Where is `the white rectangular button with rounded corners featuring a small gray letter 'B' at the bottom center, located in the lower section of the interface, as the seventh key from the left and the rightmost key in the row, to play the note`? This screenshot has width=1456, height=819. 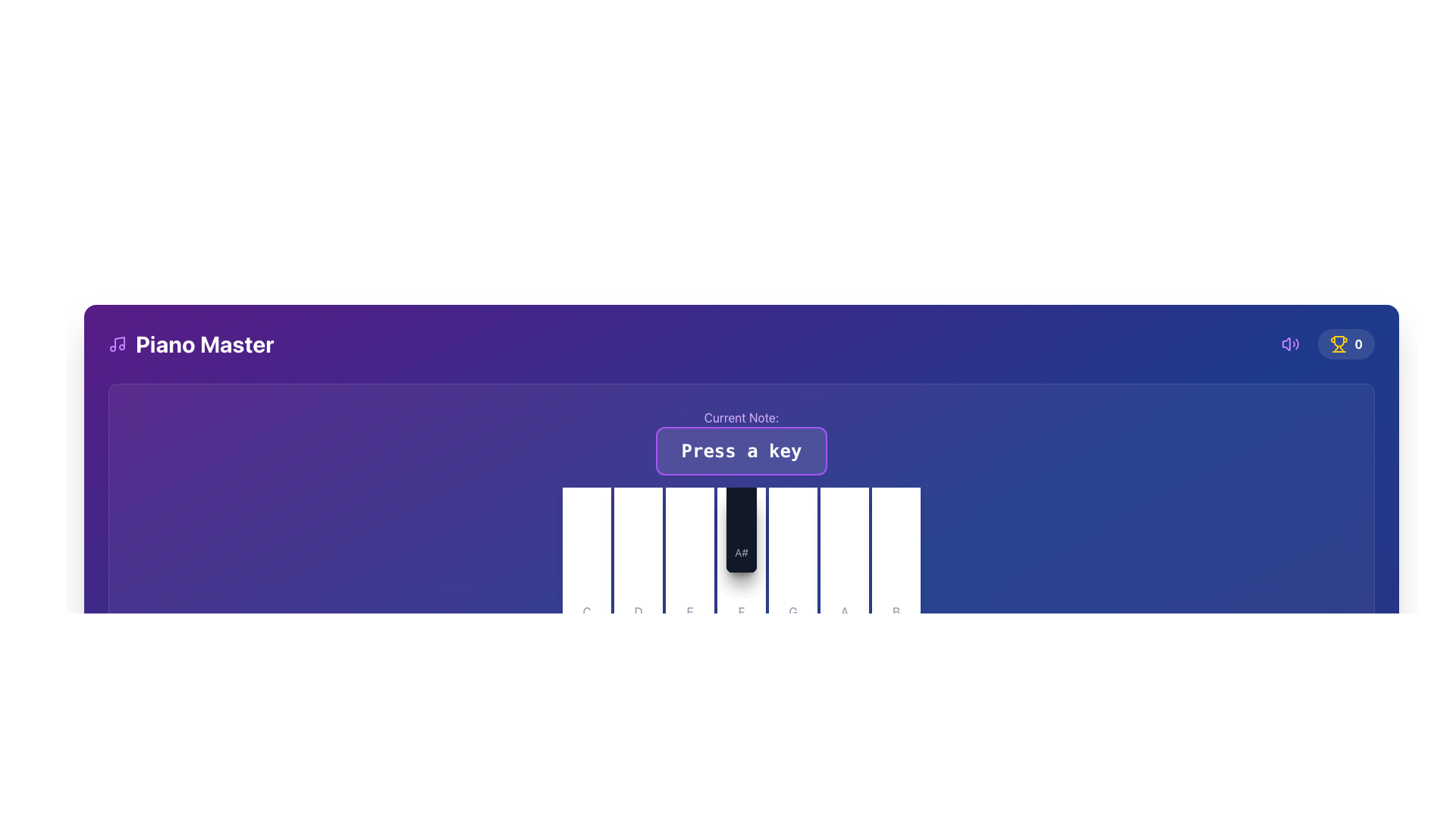
the white rectangular button with rounded corners featuring a small gray letter 'B' at the bottom center, located in the lower section of the interface, as the seventh key from the left and the rightmost key in the row, to play the note is located at coordinates (896, 560).